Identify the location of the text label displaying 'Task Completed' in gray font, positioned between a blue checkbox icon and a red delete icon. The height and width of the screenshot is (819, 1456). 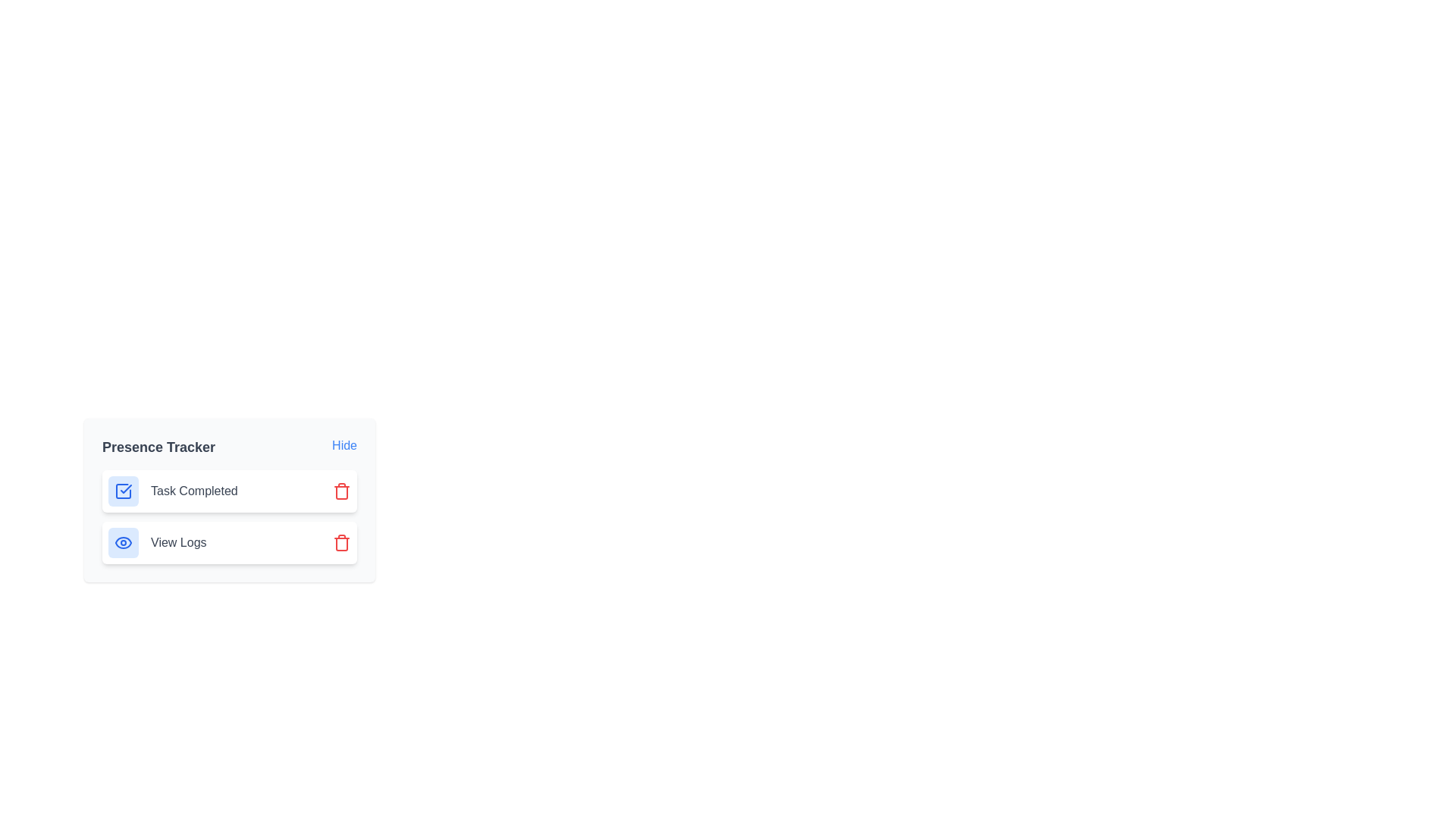
(193, 491).